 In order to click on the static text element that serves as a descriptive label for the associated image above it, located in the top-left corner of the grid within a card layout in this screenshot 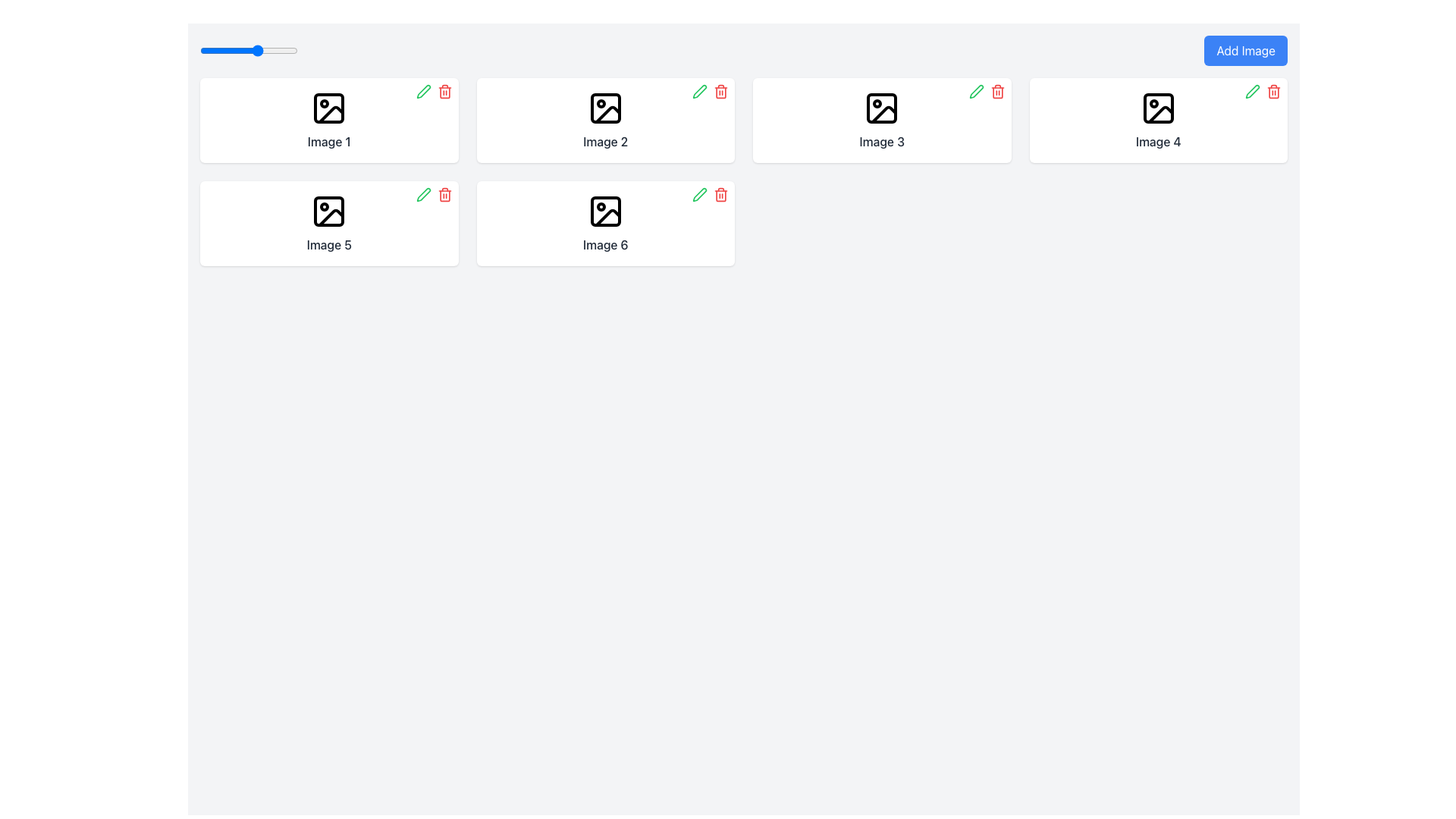, I will do `click(328, 141)`.